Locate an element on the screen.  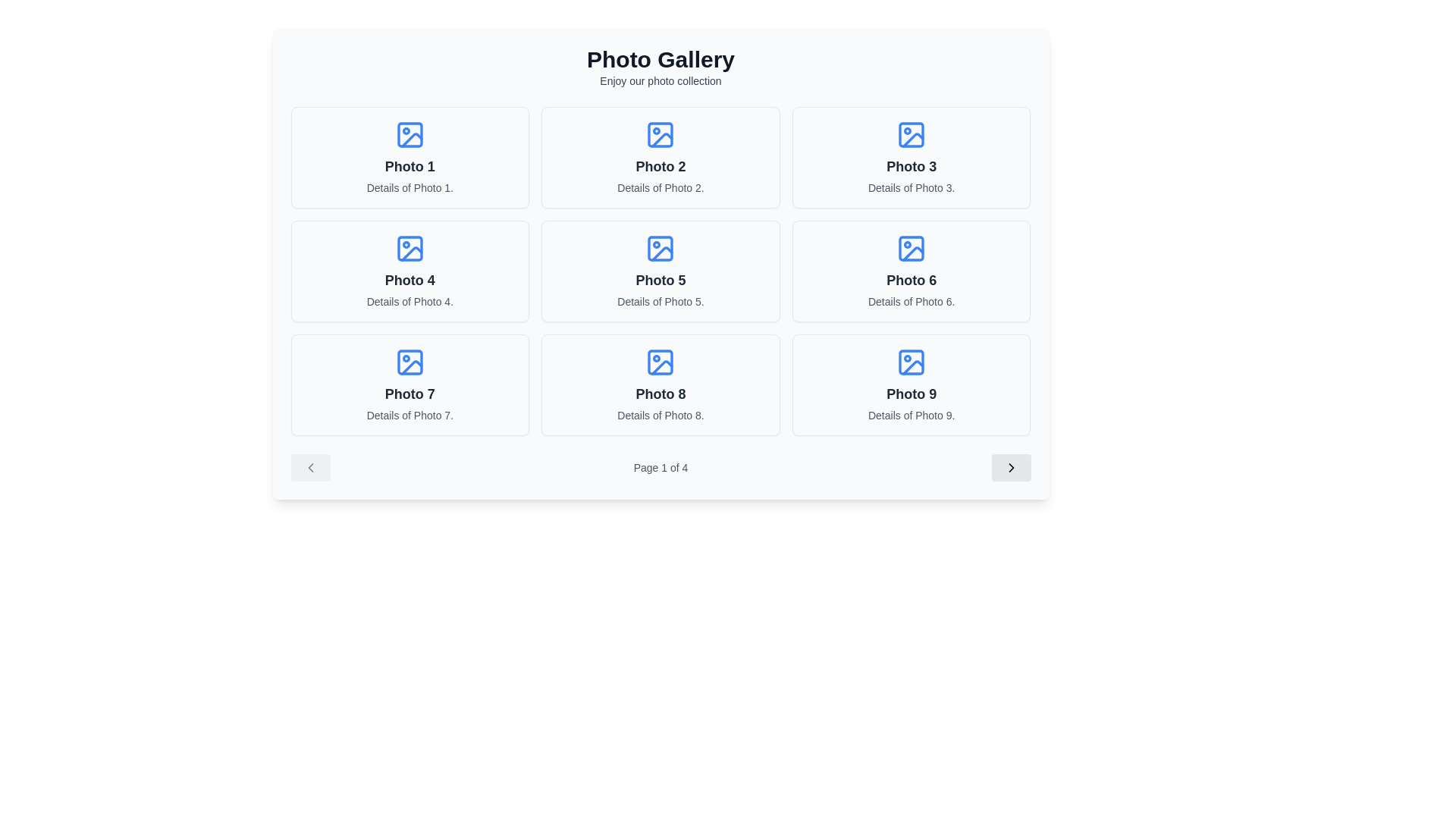
the static text element that displays the current page number and total number of pages, located centrally within the bottom navigation bar is located at coordinates (661, 467).